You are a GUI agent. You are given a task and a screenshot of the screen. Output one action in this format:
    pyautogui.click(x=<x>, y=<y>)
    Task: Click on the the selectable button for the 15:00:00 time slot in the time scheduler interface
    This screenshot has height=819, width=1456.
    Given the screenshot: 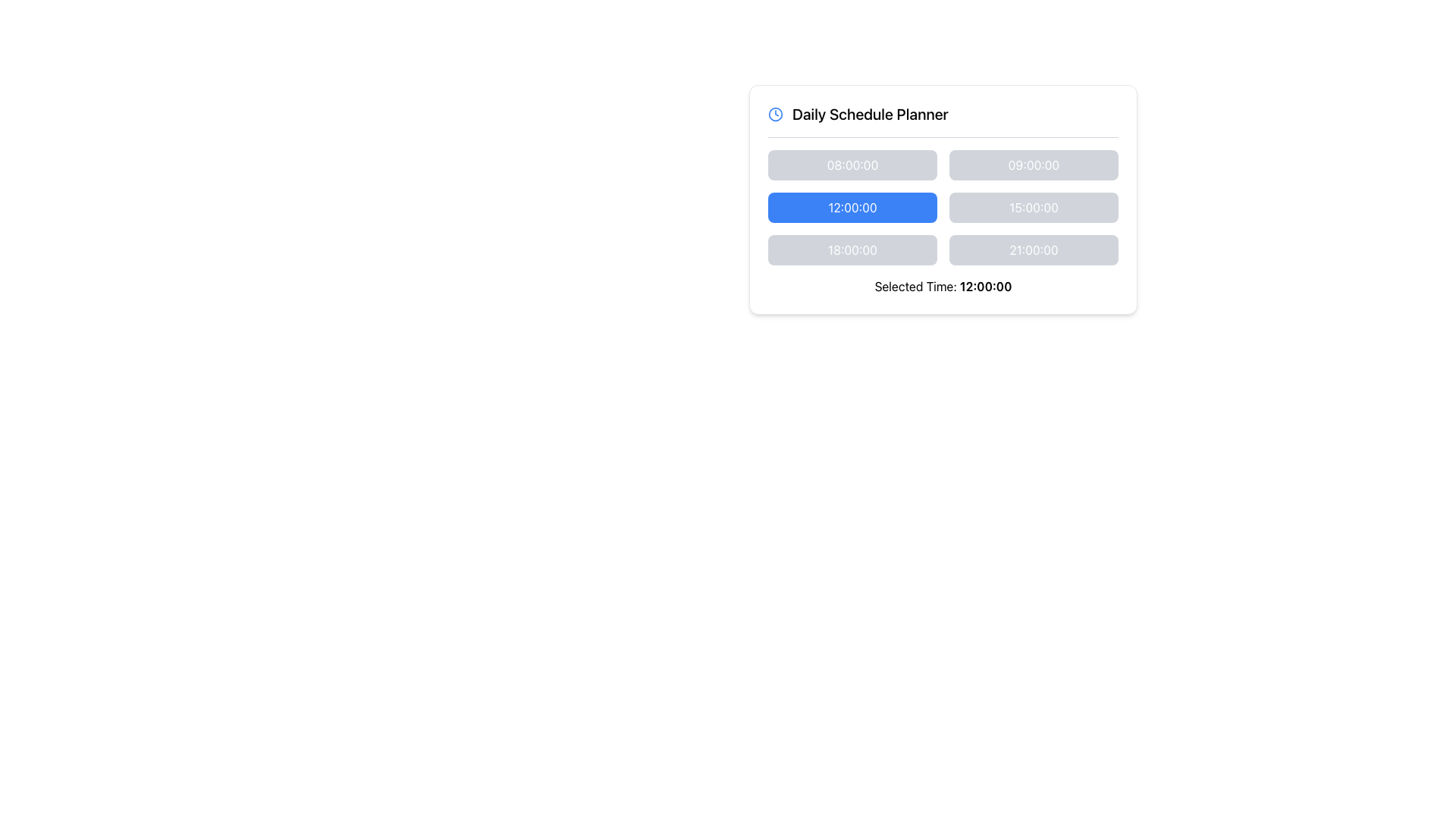 What is the action you would take?
    pyautogui.click(x=1033, y=207)
    